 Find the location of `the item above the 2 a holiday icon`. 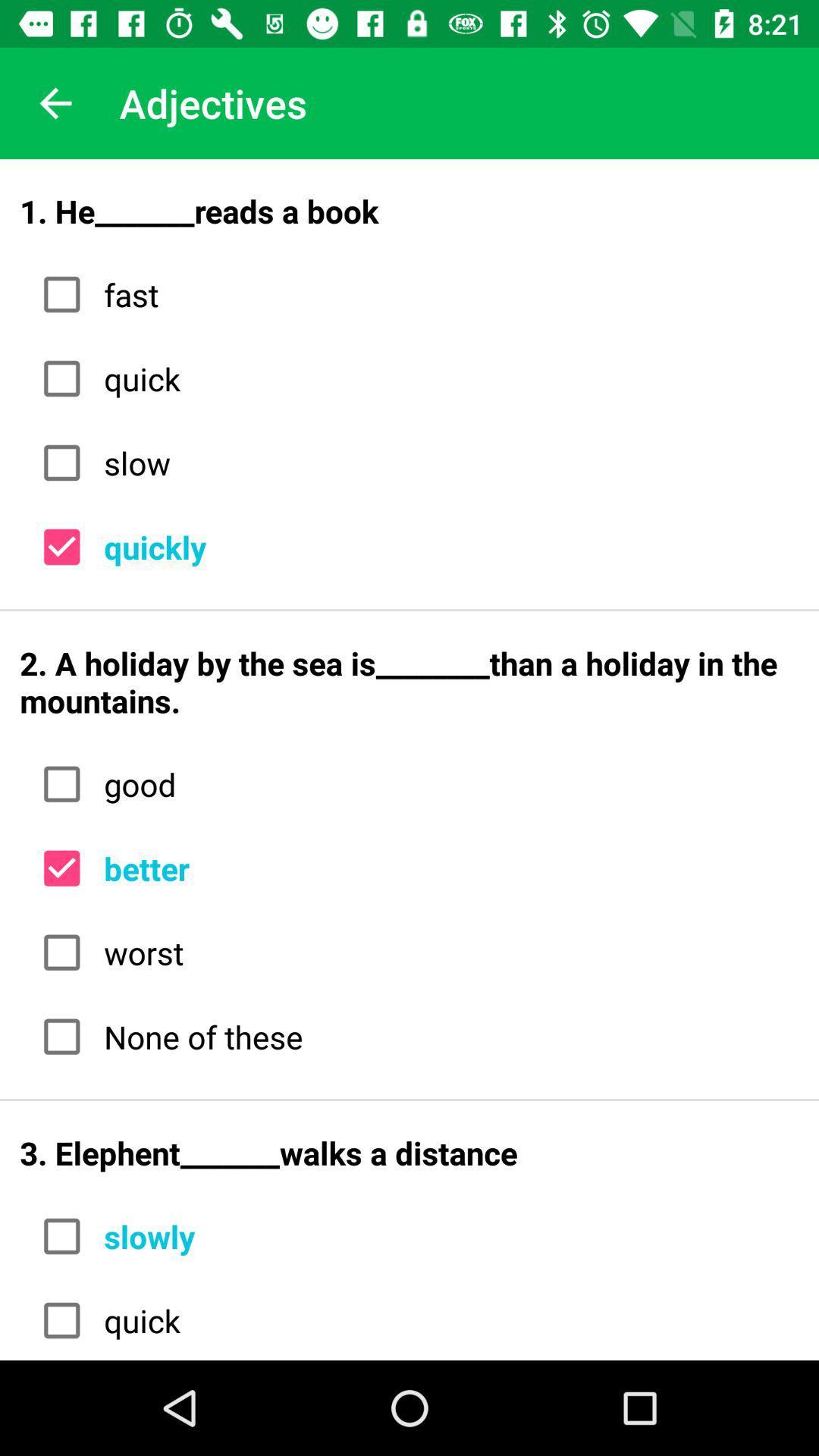

the item above the 2 a holiday icon is located at coordinates (445, 546).